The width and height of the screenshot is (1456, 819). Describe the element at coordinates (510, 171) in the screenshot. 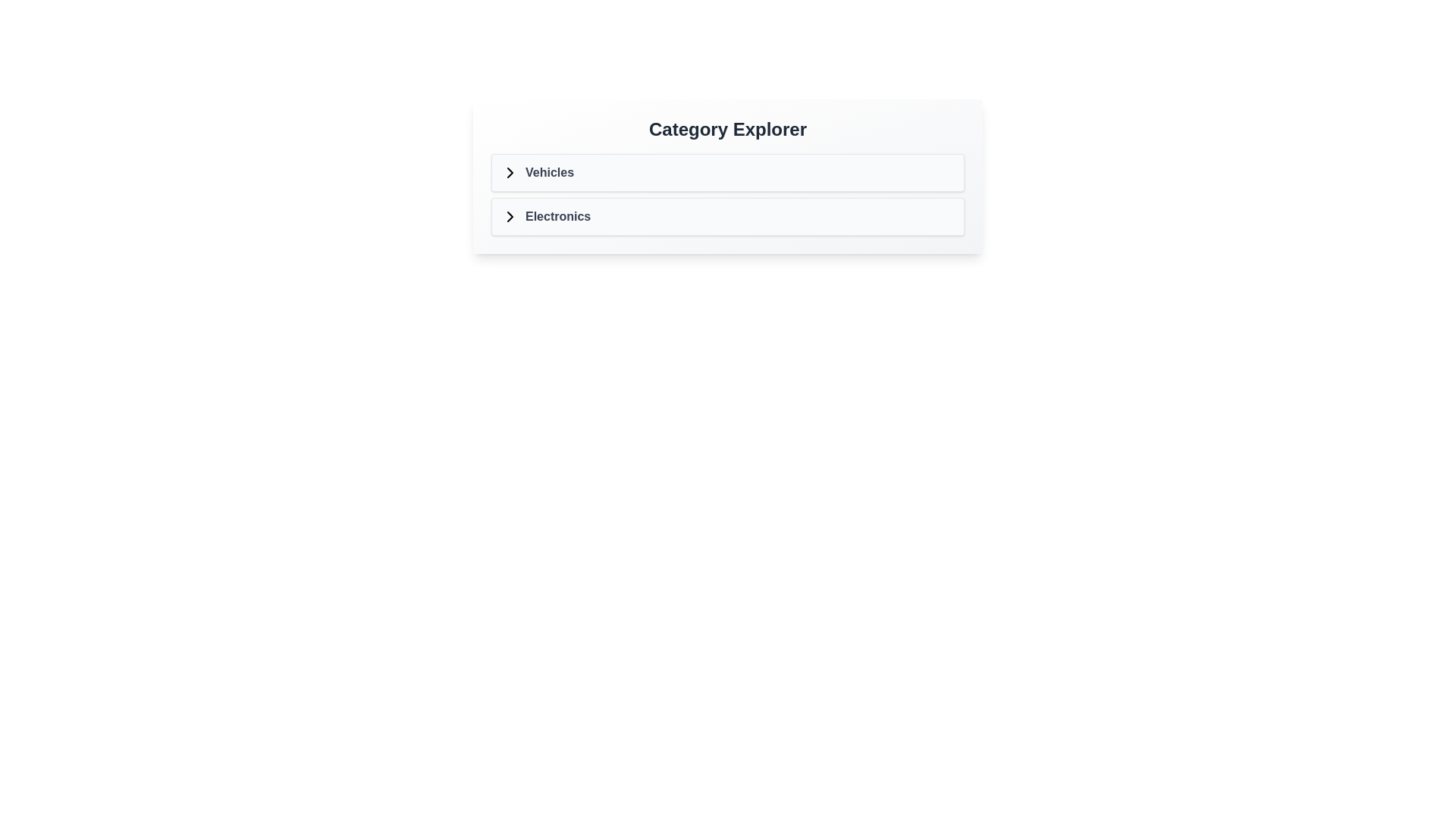

I see `the Chevron icon located to the left of the 'Vehicles' text` at that location.